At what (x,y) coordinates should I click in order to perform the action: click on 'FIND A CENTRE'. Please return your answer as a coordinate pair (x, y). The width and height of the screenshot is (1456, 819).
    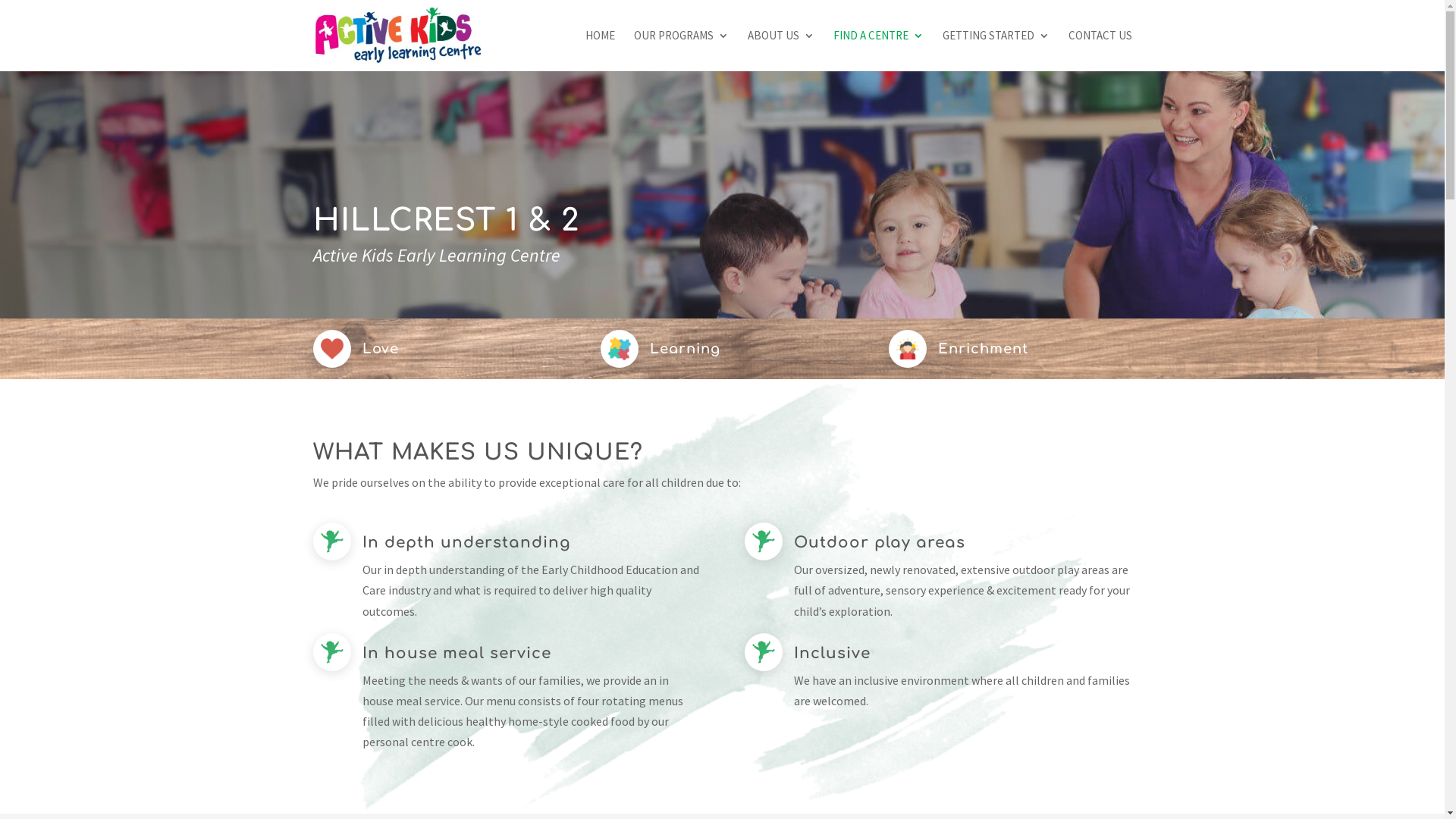
    Looking at the image, I should click on (877, 49).